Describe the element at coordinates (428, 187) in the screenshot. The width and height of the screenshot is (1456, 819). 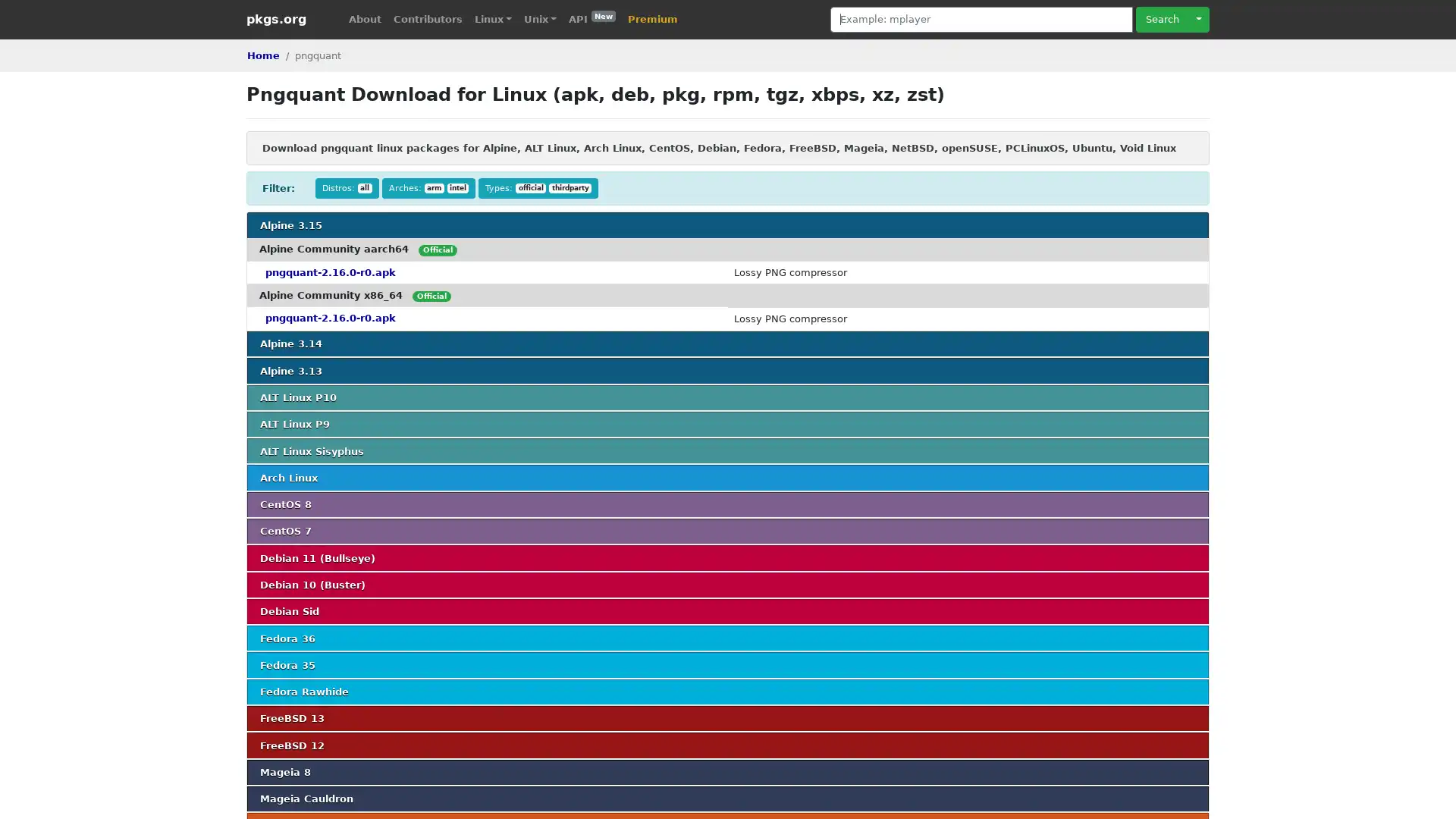
I see `Arches: armintel` at that location.